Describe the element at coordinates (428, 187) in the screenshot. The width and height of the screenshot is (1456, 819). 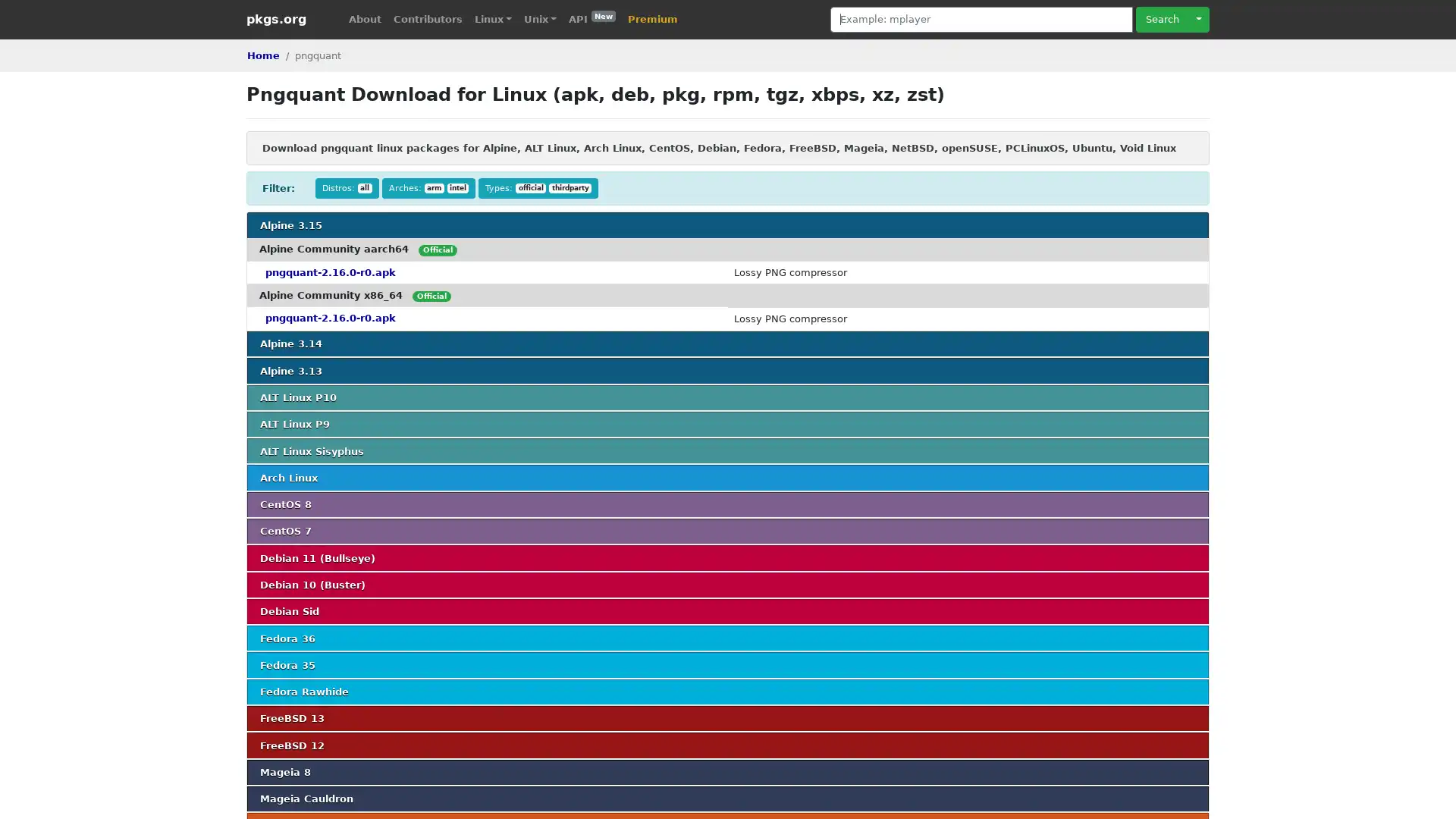
I see `Arches: armintel` at that location.